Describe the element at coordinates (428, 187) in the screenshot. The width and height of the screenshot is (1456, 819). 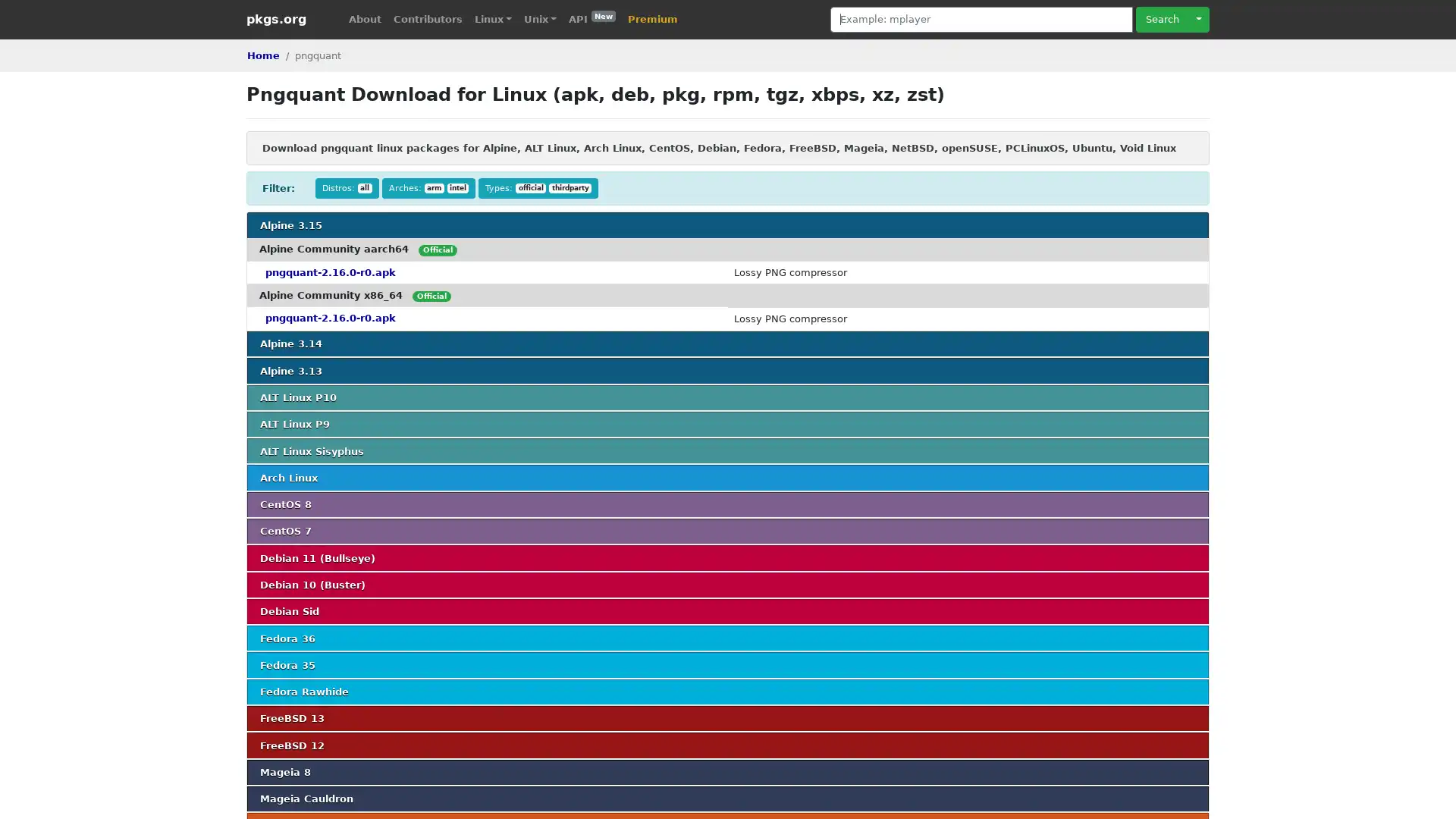
I see `Arches: armintel` at that location.